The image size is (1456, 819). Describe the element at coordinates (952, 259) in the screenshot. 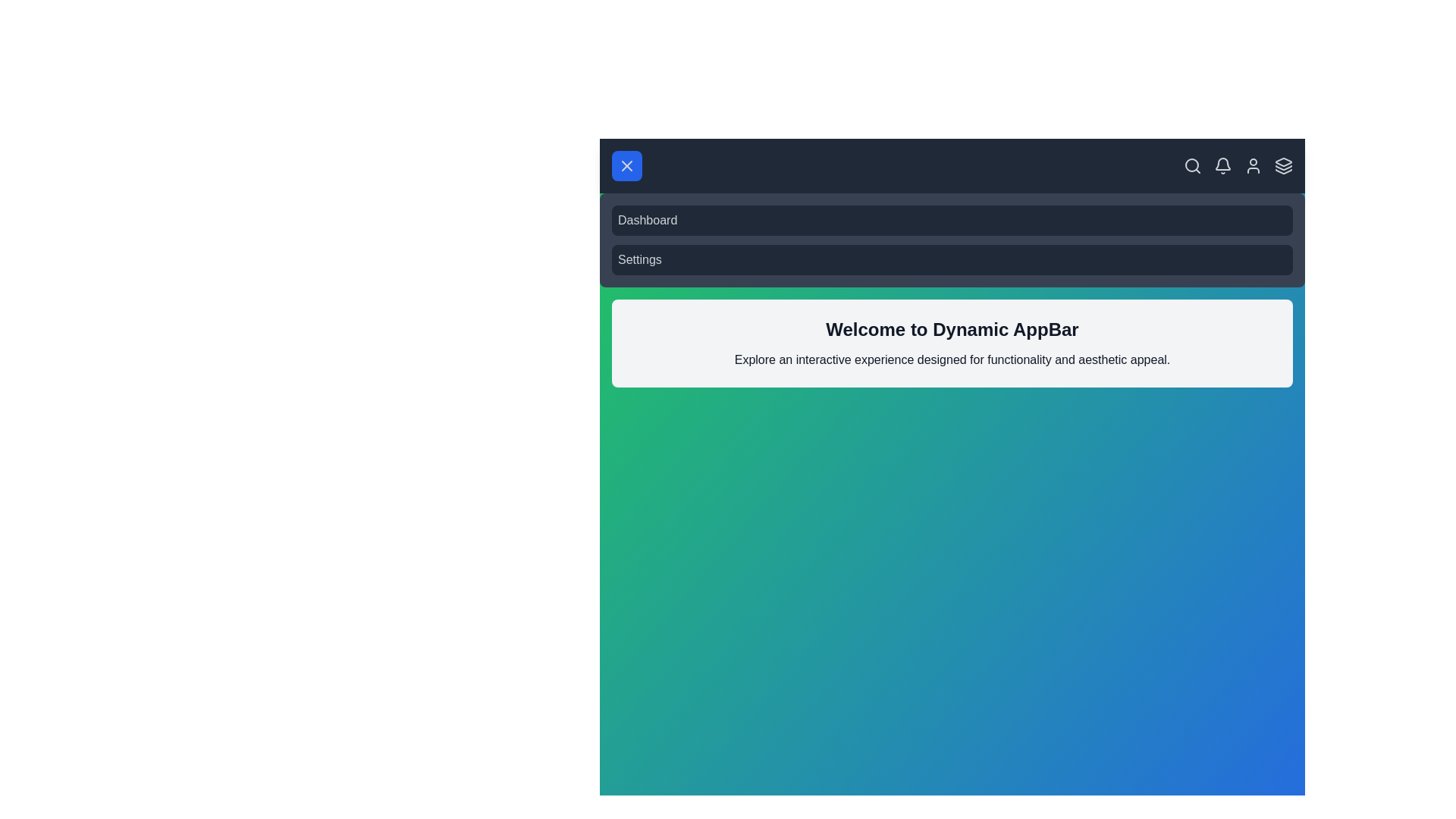

I see `the 'Settings' item in the navigation menu` at that location.